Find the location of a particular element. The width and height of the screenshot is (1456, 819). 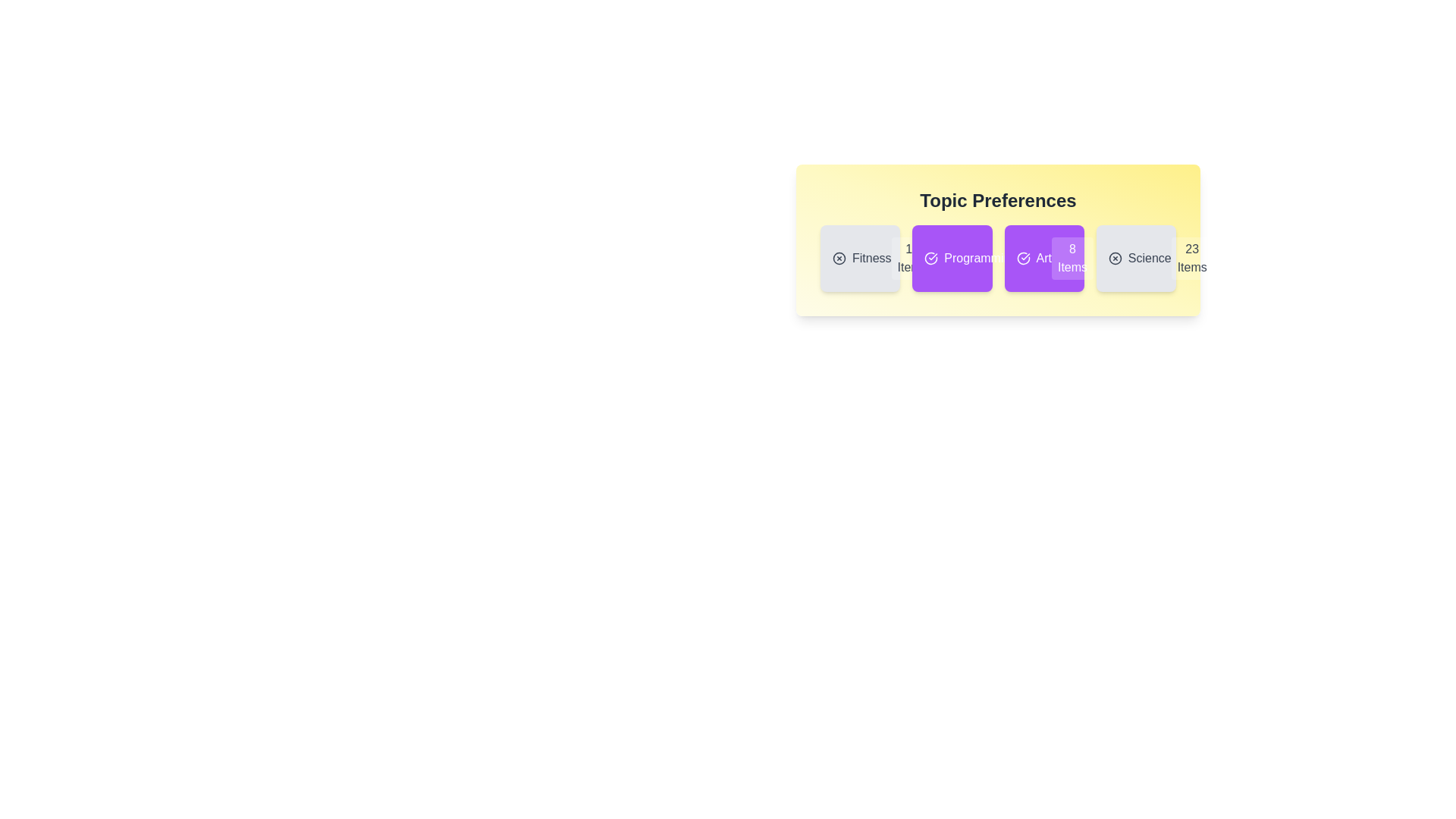

the topic card labeled 'Programming' to toggle its selection state is located at coordinates (951, 257).